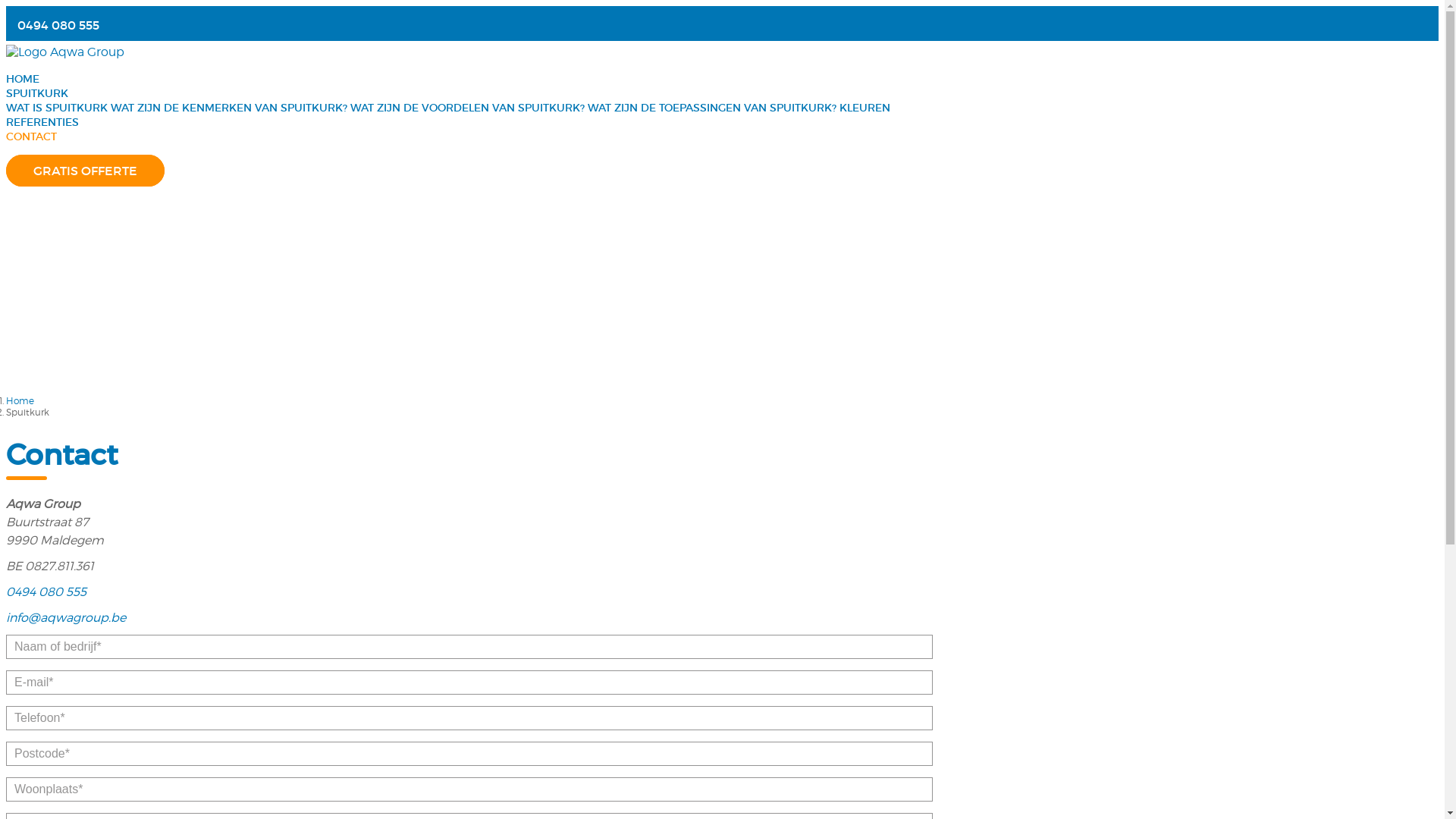 This screenshot has height=819, width=1456. I want to click on 'WAT IS SPUITKURK', so click(57, 107).